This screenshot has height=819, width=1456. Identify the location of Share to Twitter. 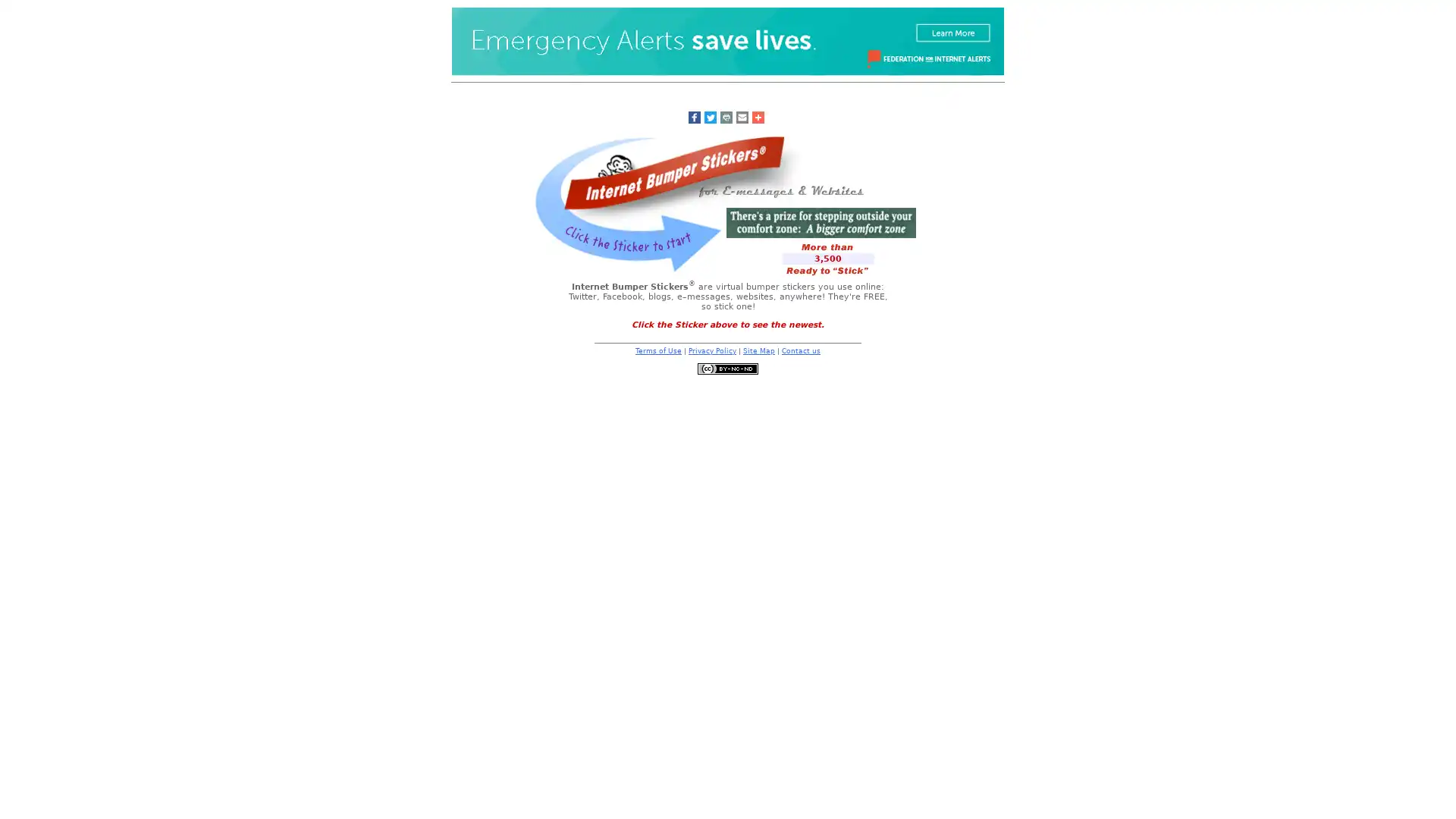
(709, 116).